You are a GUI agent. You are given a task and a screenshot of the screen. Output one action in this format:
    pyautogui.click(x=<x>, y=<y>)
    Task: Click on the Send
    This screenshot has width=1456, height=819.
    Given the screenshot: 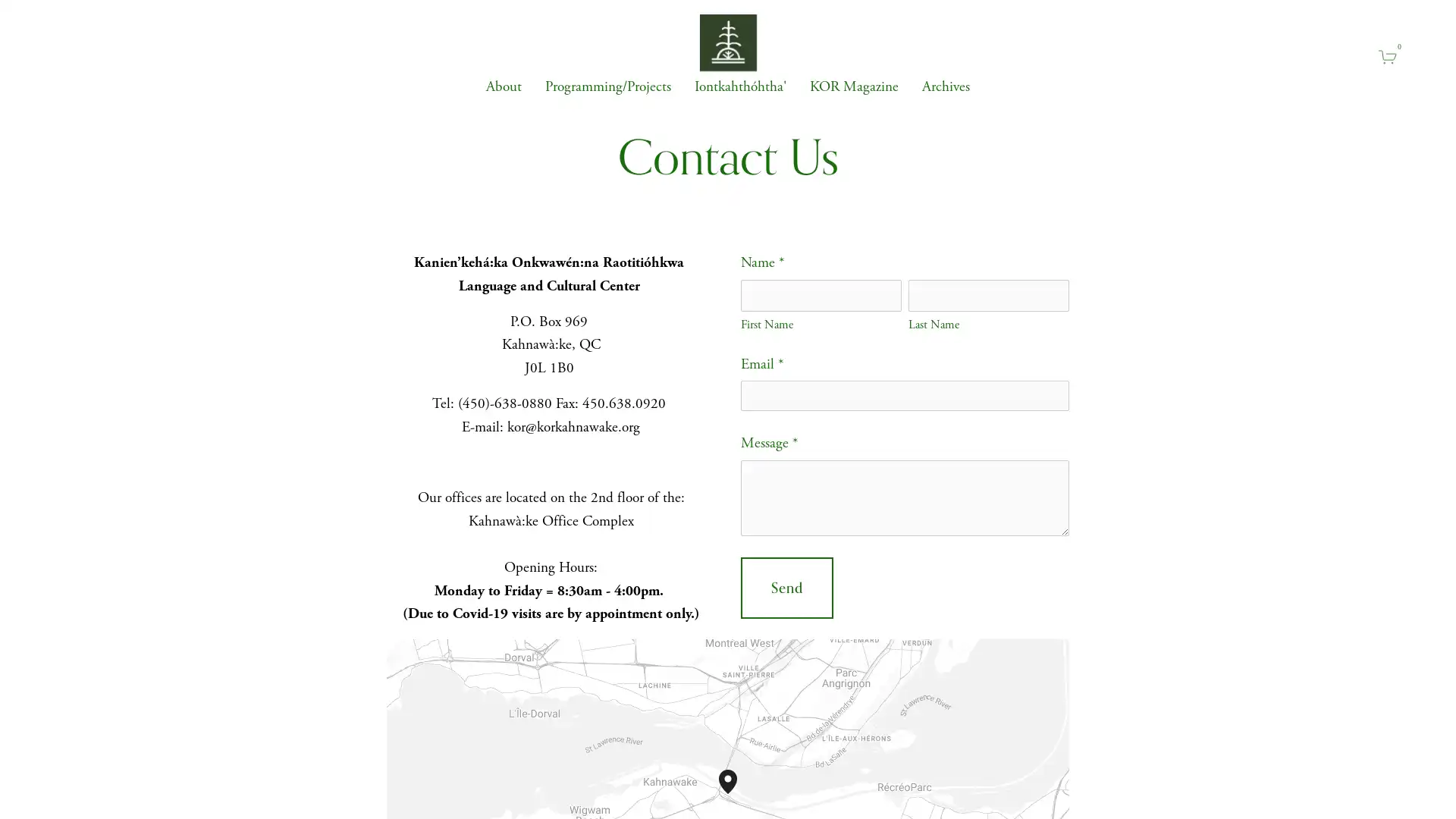 What is the action you would take?
    pyautogui.click(x=786, y=587)
    